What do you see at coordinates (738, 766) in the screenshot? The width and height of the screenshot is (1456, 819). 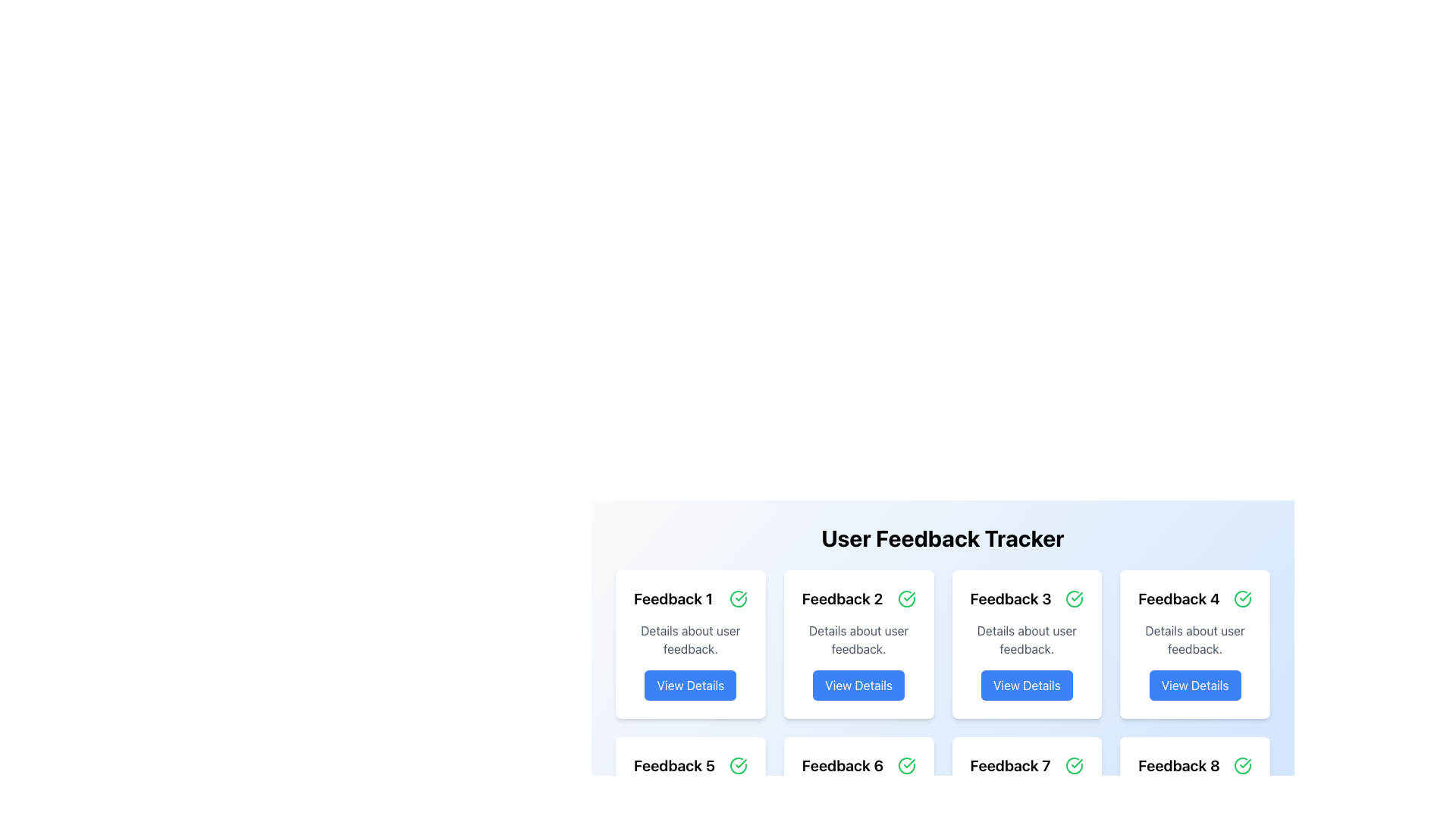 I see `the outer circle of the checkmark-like icon, which is part of the fifth feedback card in a grid layout, to check the feedback status` at bounding box center [738, 766].